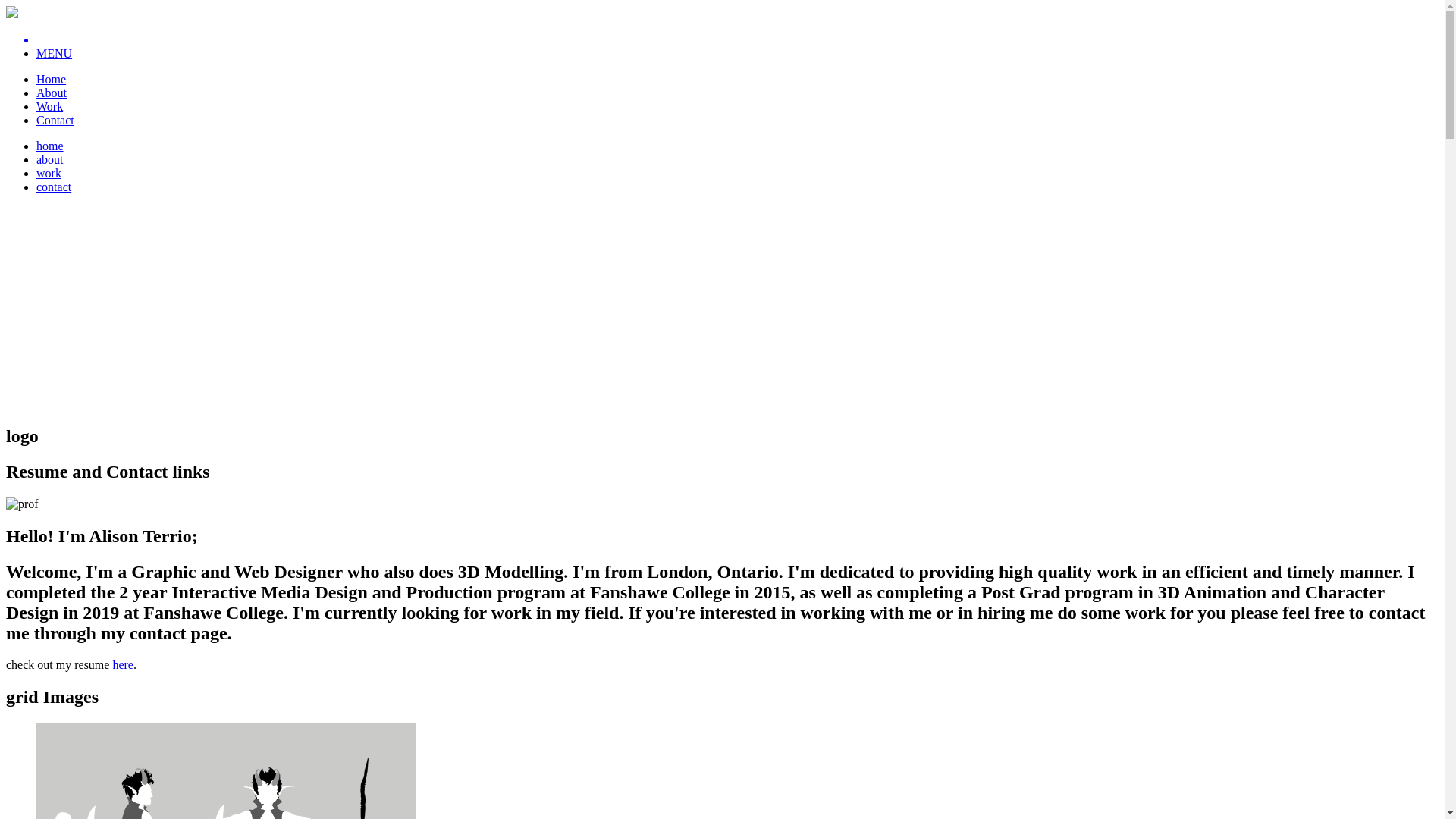  What do you see at coordinates (51, 93) in the screenshot?
I see `'About'` at bounding box center [51, 93].